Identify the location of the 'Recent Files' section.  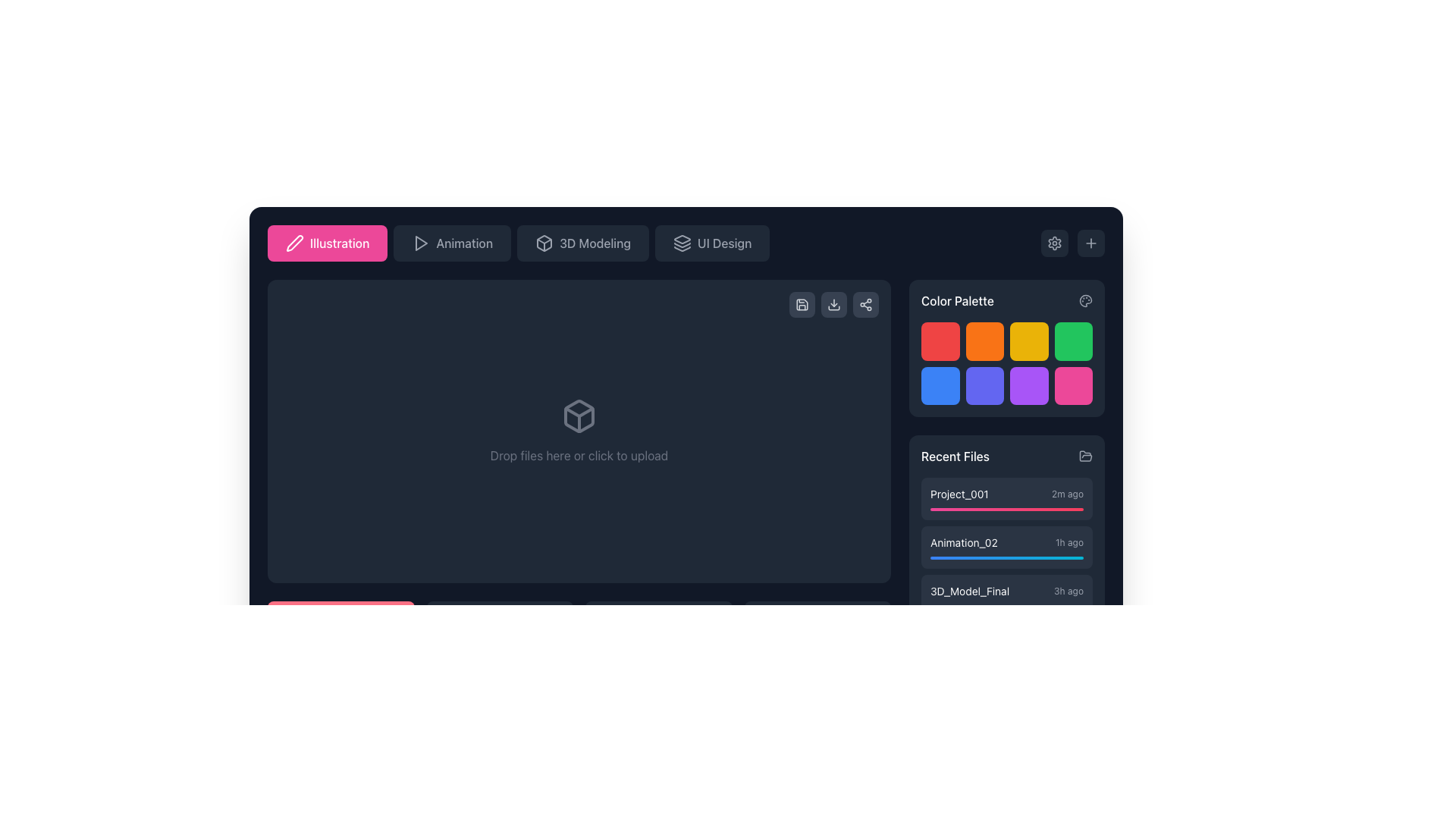
(1007, 475).